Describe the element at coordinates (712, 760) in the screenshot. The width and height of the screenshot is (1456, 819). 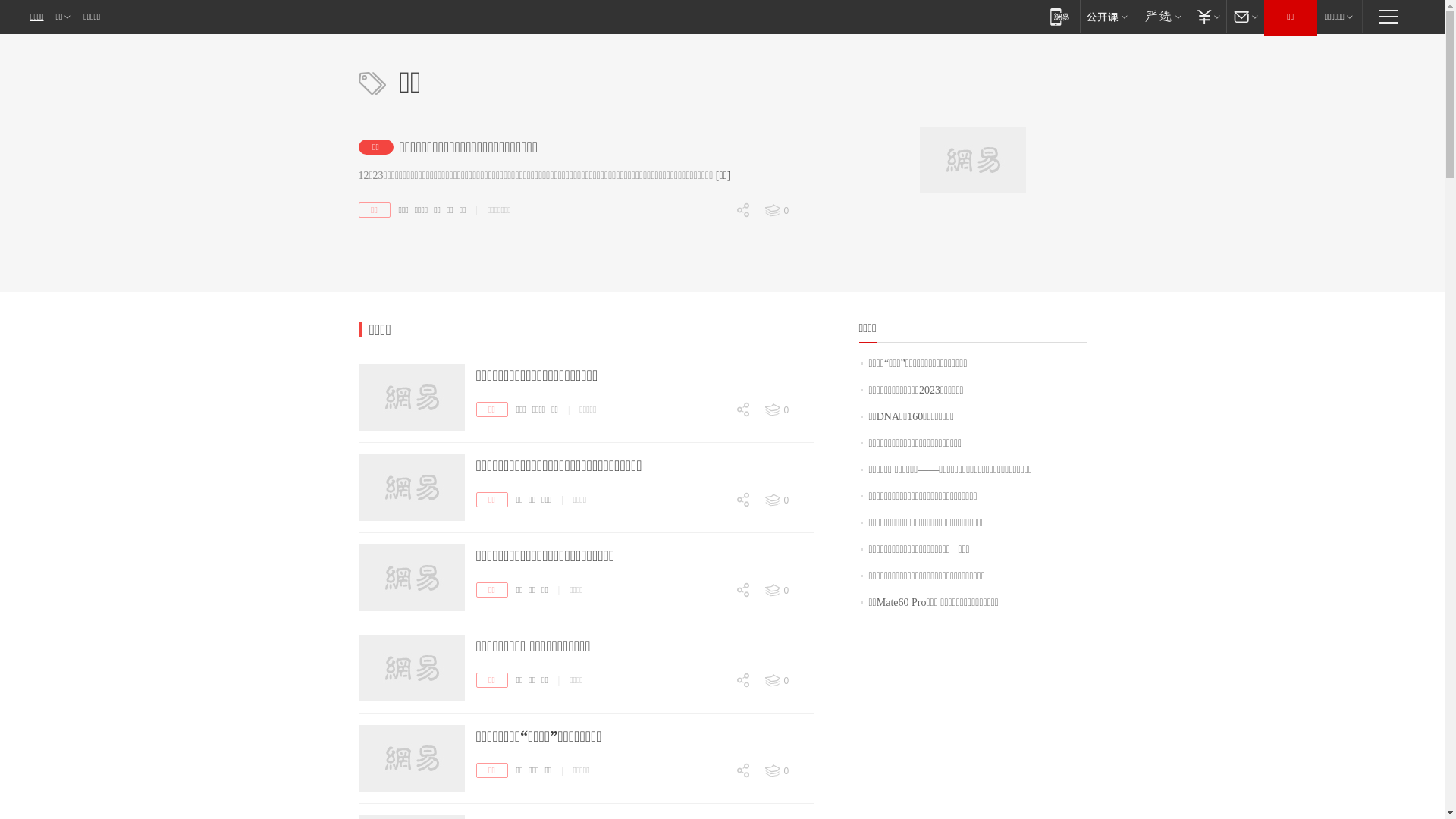
I see `'0'` at that location.